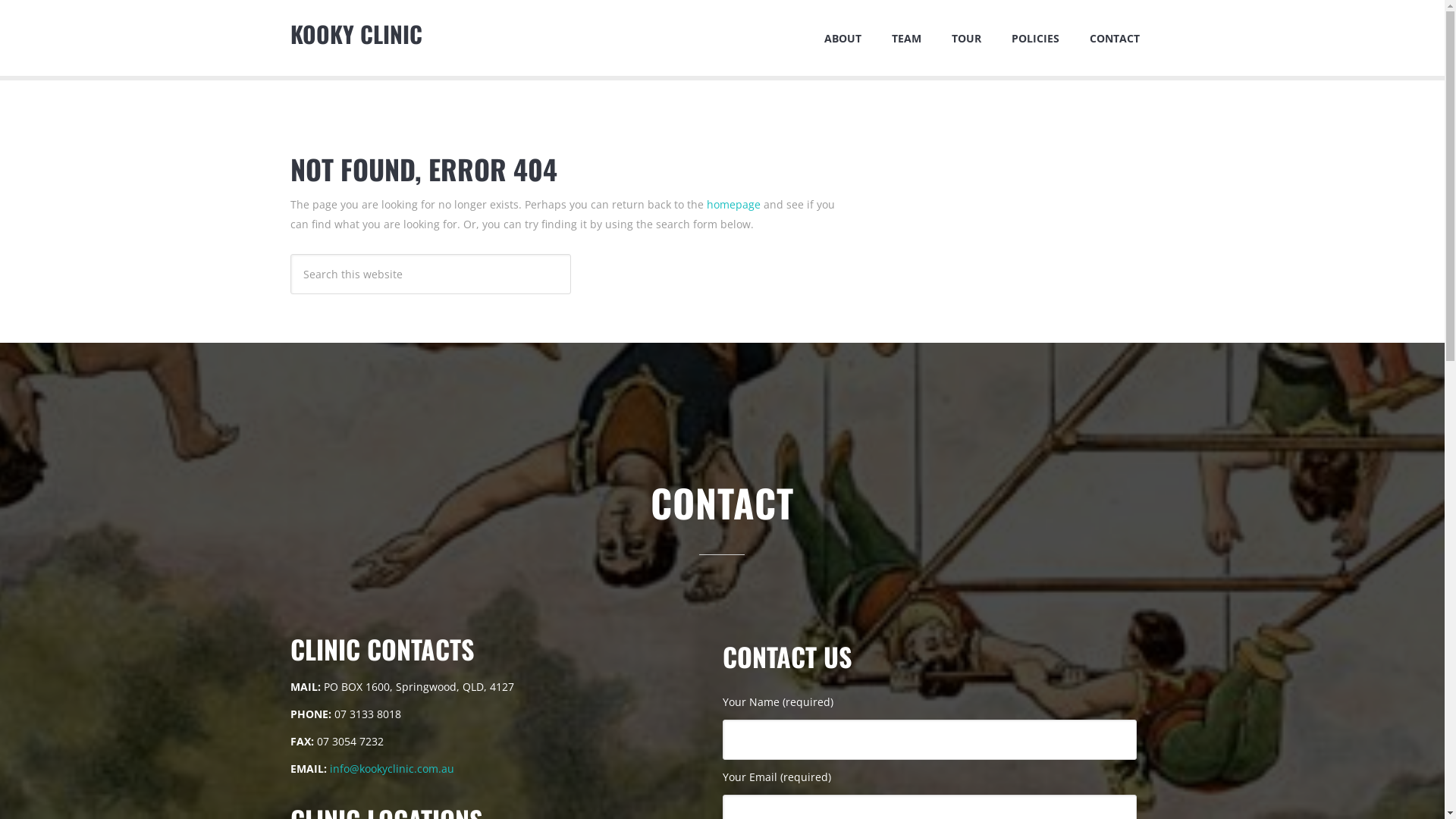 The width and height of the screenshot is (1456, 819). Describe the element at coordinates (1034, 37) in the screenshot. I see `'POLICIES'` at that location.